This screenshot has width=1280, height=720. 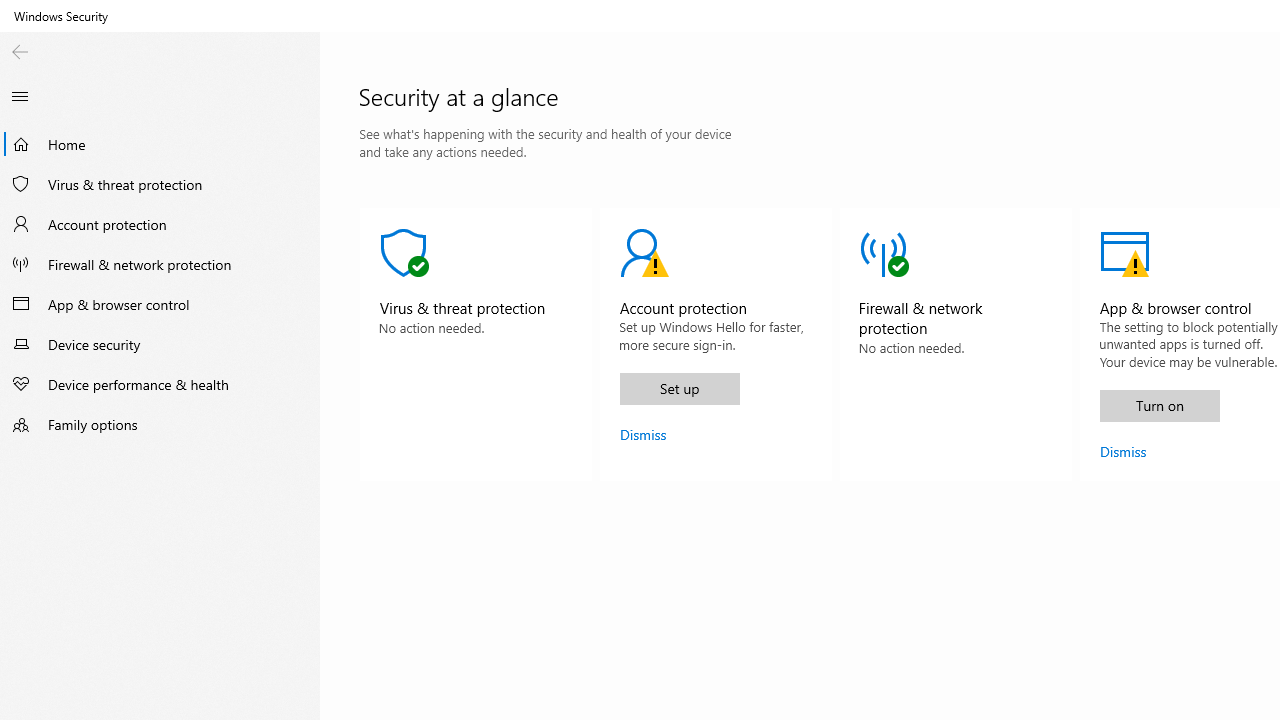 I want to click on 'Windows Hello set up', so click(x=679, y=388).